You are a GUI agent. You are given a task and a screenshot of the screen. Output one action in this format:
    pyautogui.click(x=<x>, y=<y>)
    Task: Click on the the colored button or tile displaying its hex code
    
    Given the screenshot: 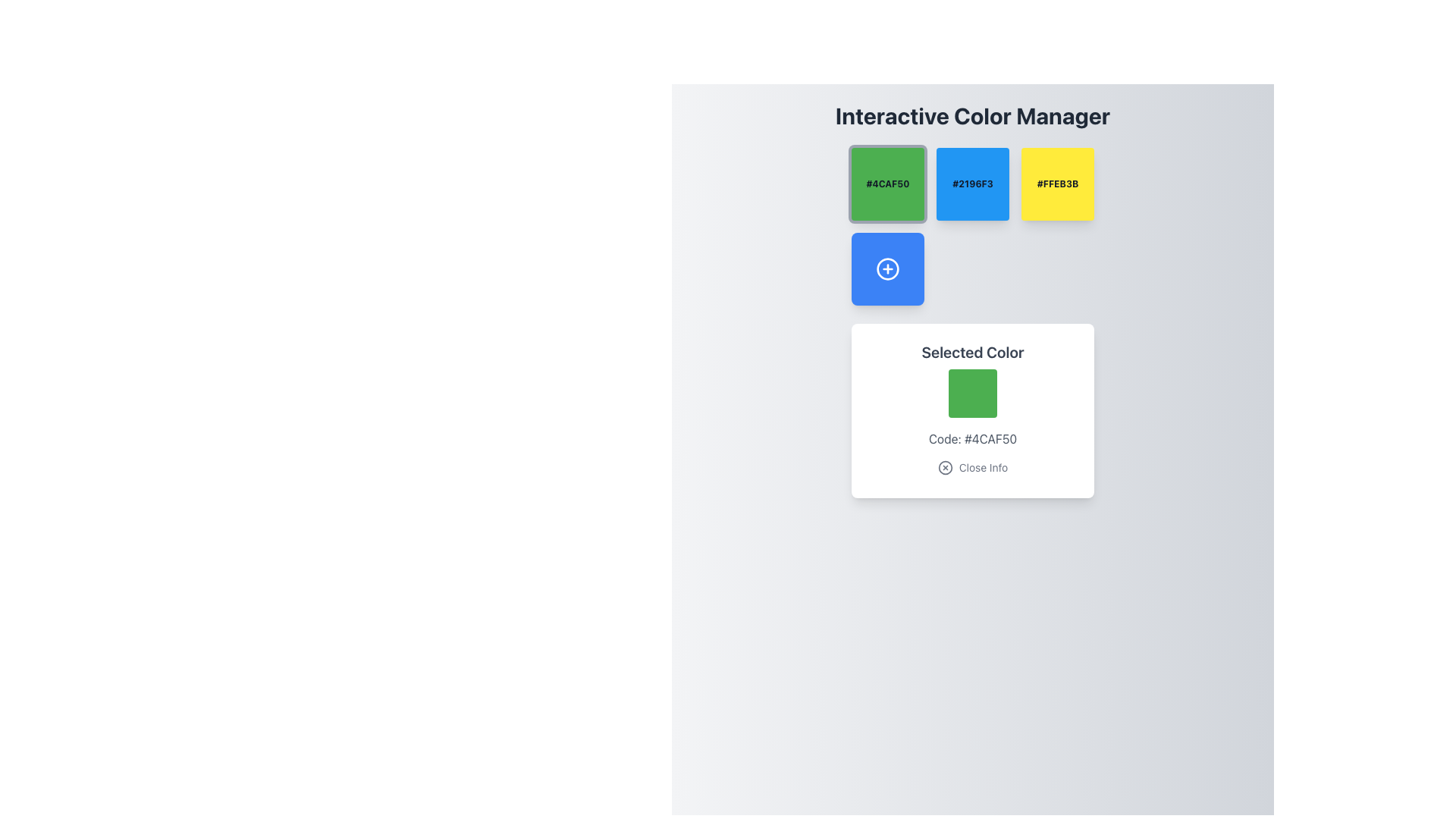 What is the action you would take?
    pyautogui.click(x=888, y=184)
    